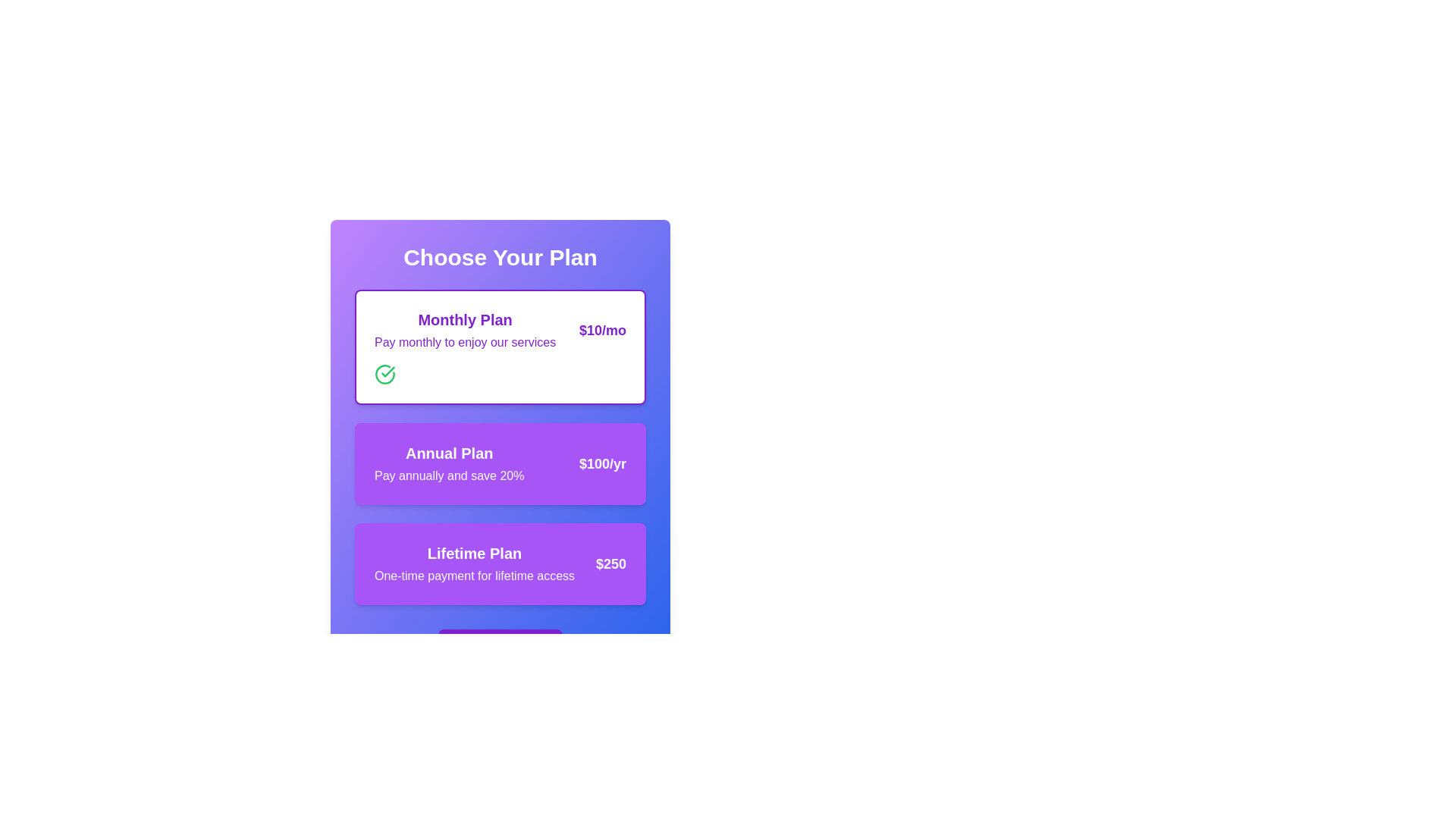 The image size is (1456, 819). What do you see at coordinates (500, 564) in the screenshot?
I see `the 'Lifetime Plan' text block, which is the last option in the pricing plans list, featuring a bold white text on a purple background` at bounding box center [500, 564].